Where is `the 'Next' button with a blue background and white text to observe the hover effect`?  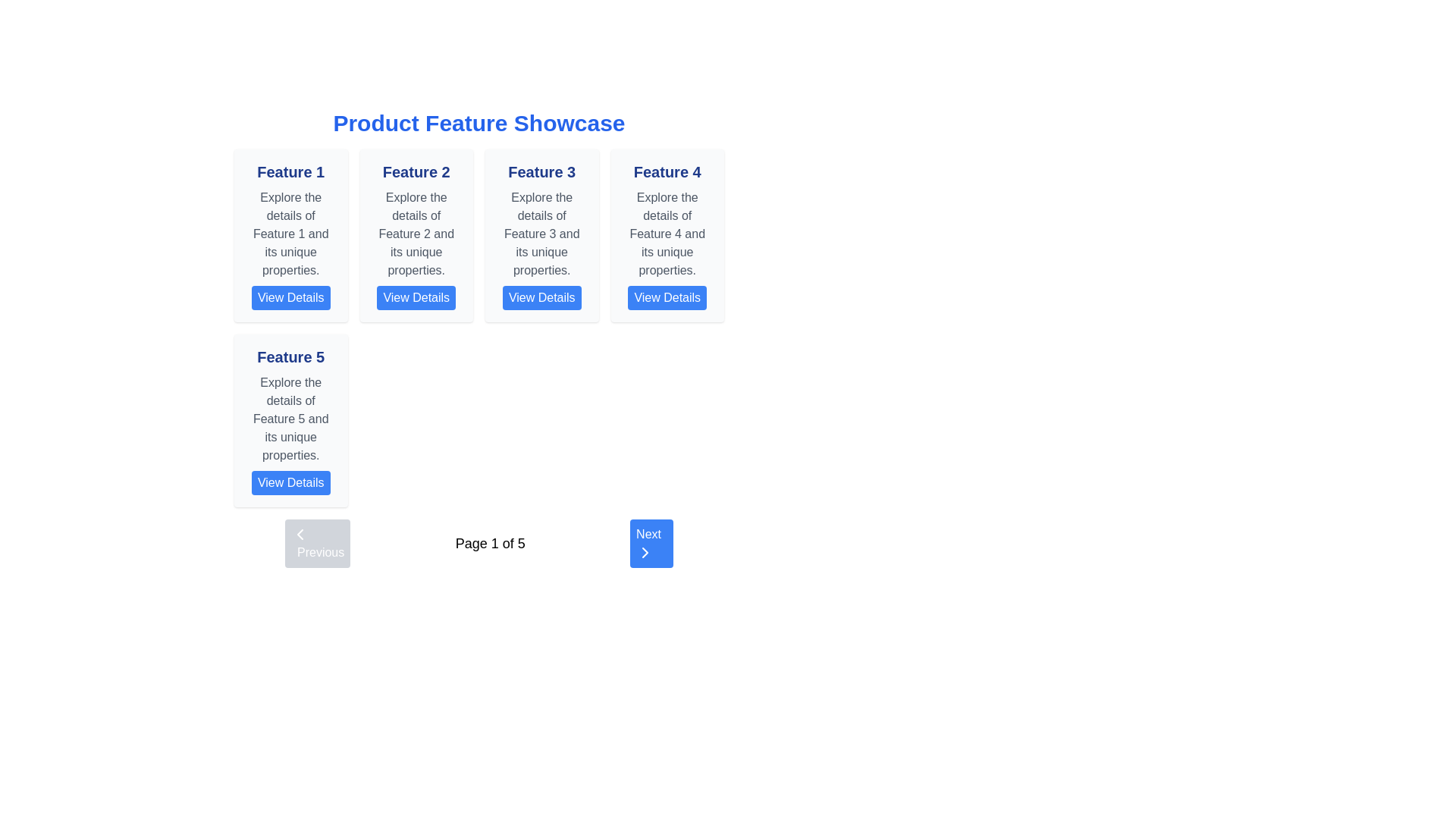 the 'Next' button with a blue background and white text to observe the hover effect is located at coordinates (651, 543).